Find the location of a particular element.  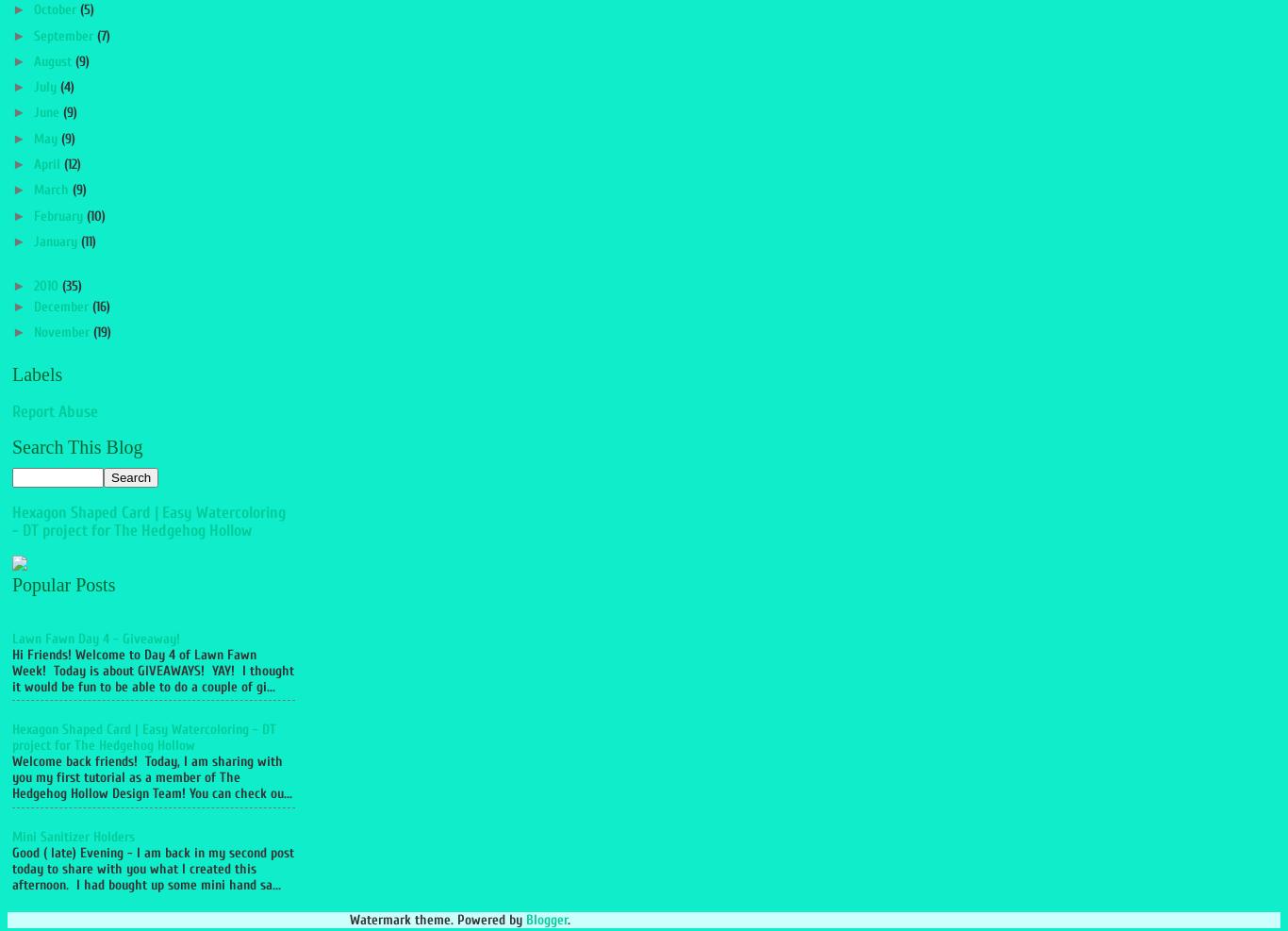

'March' is located at coordinates (52, 189).